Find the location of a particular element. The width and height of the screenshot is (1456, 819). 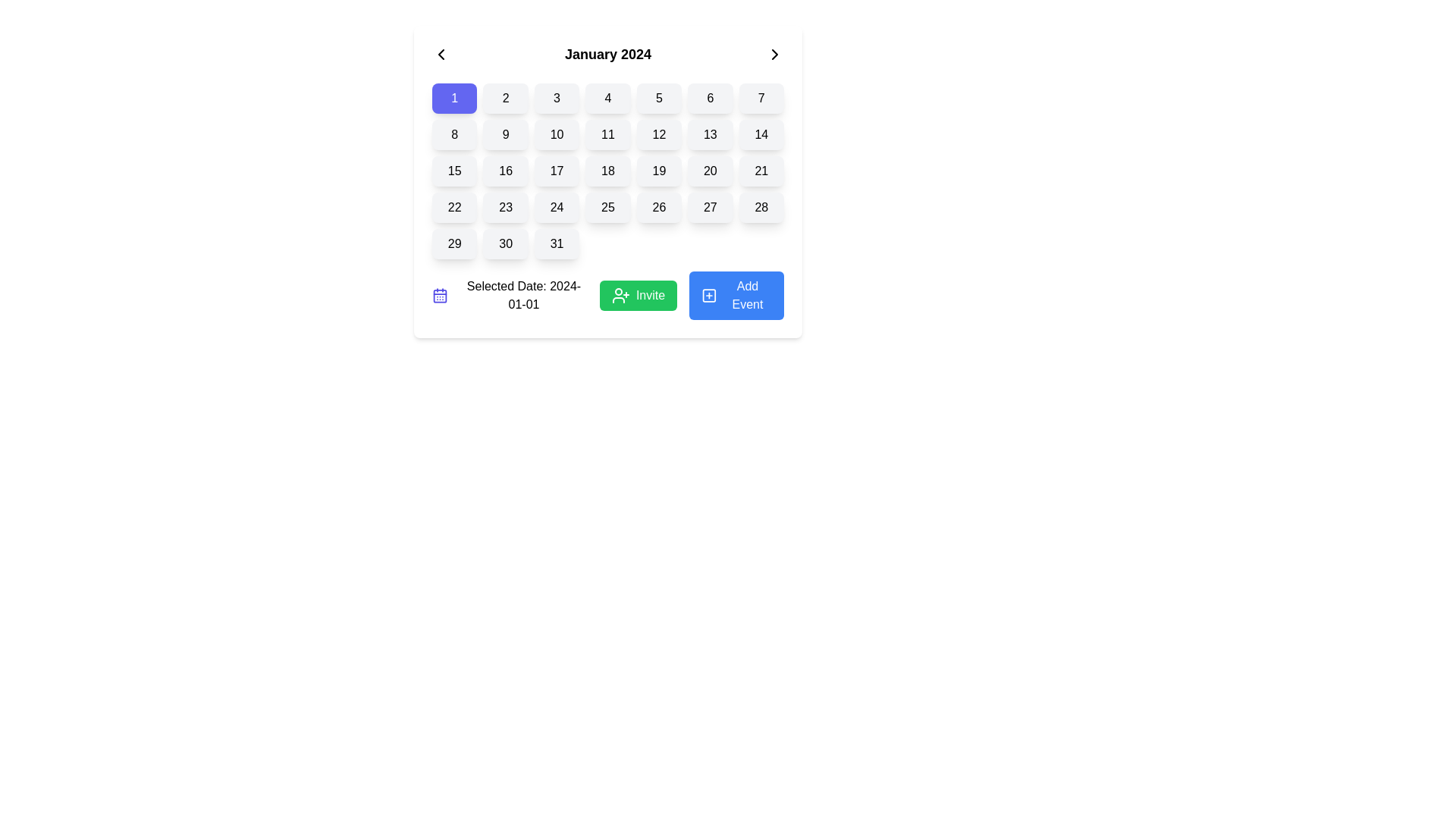

the day selection button representing the 31st day of the month in the bottom-right corner of the calendar grid is located at coordinates (556, 243).